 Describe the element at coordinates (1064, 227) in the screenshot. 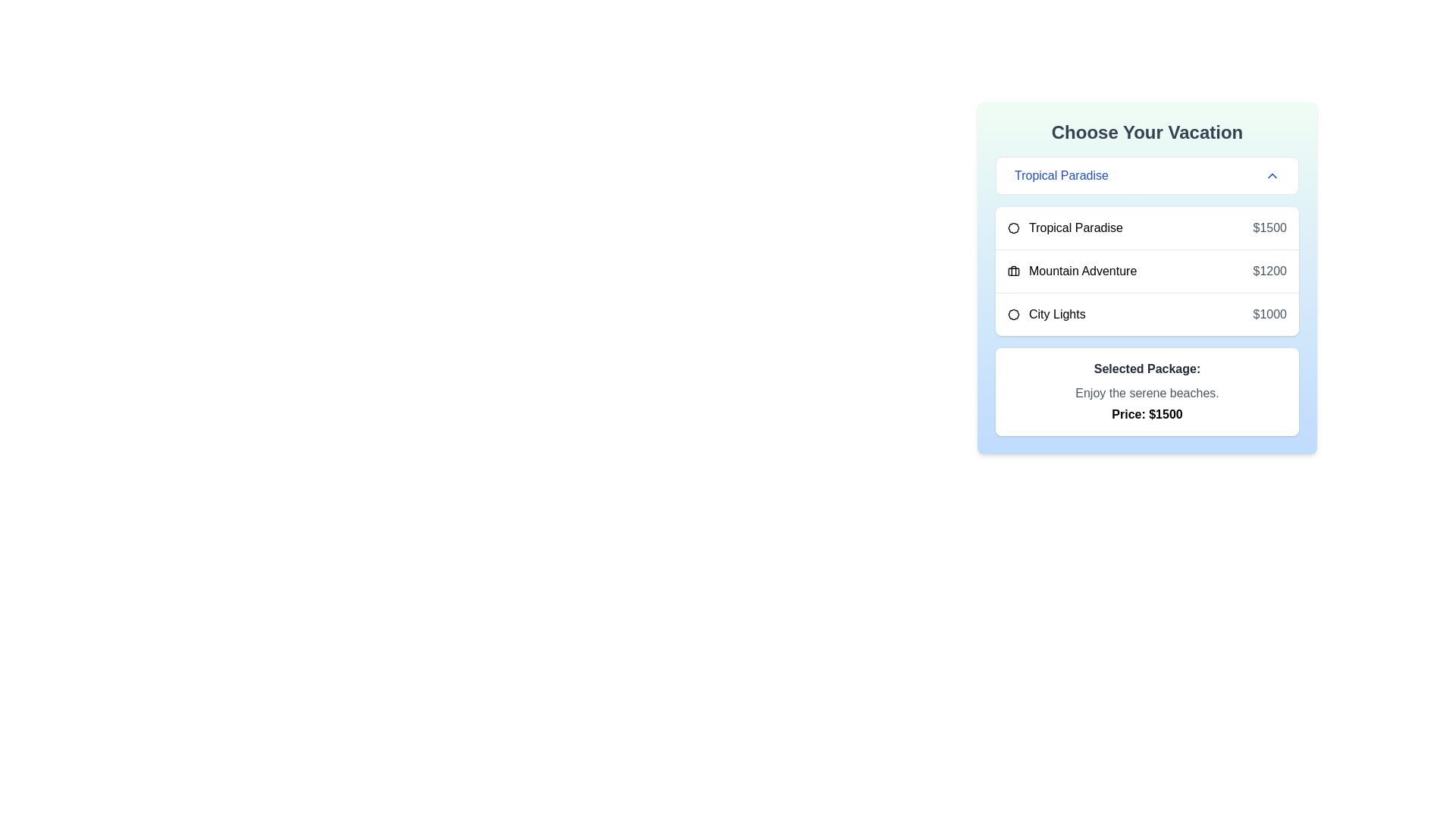

I see `the text label displaying the name of a vacation package option, which is part of a selectable list item` at that location.